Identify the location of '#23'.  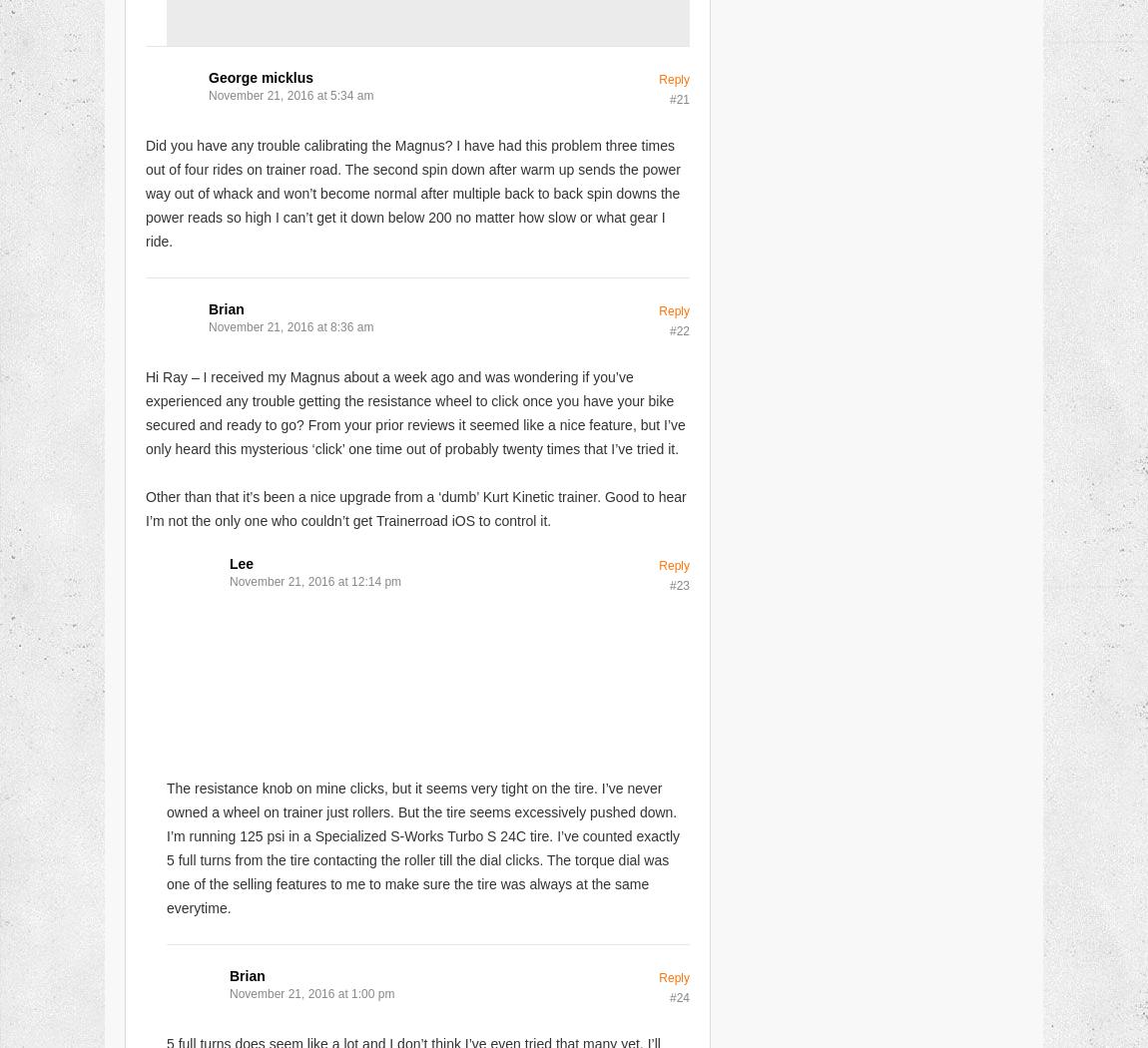
(678, 584).